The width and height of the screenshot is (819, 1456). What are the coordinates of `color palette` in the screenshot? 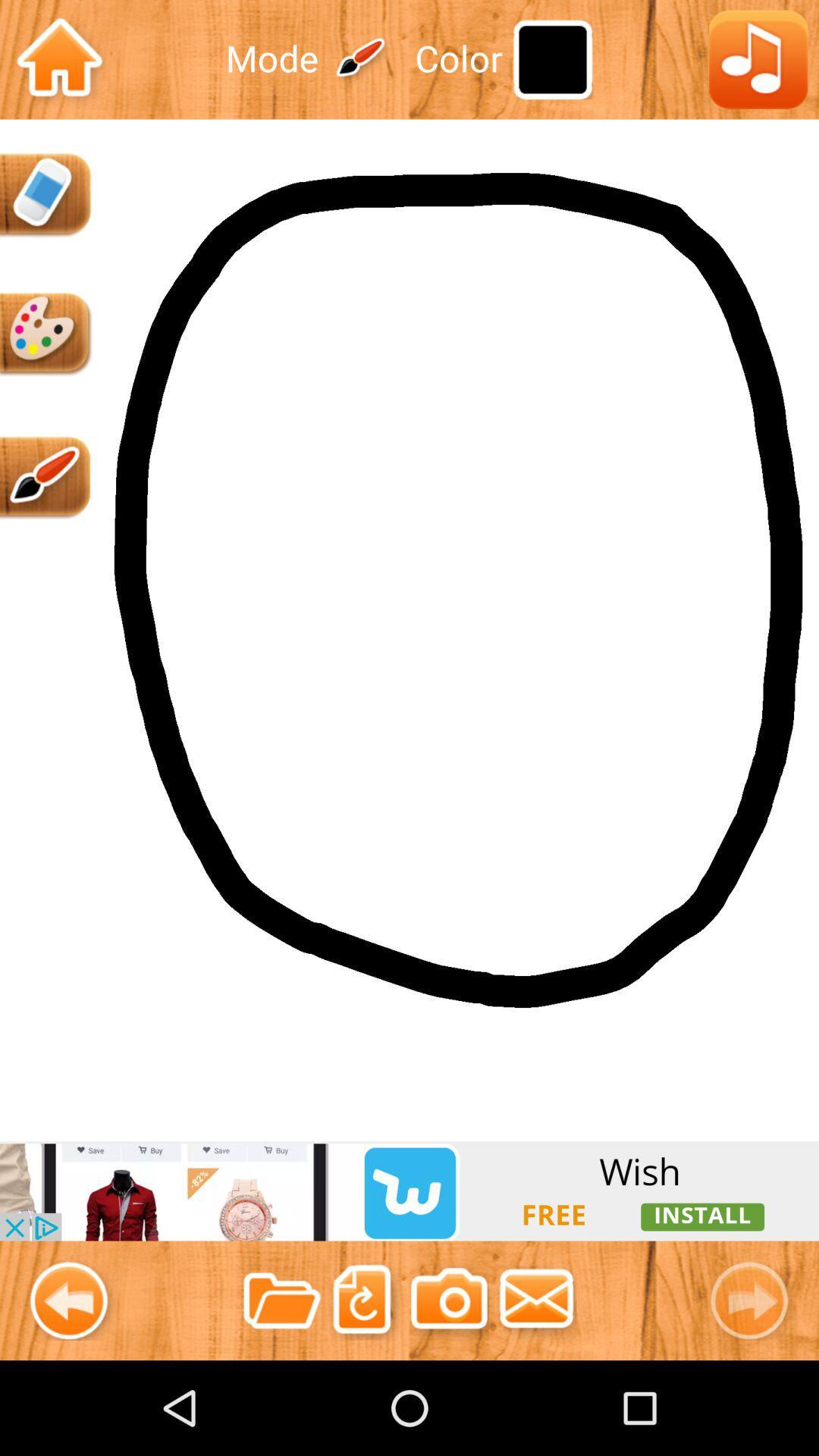 It's located at (45, 334).